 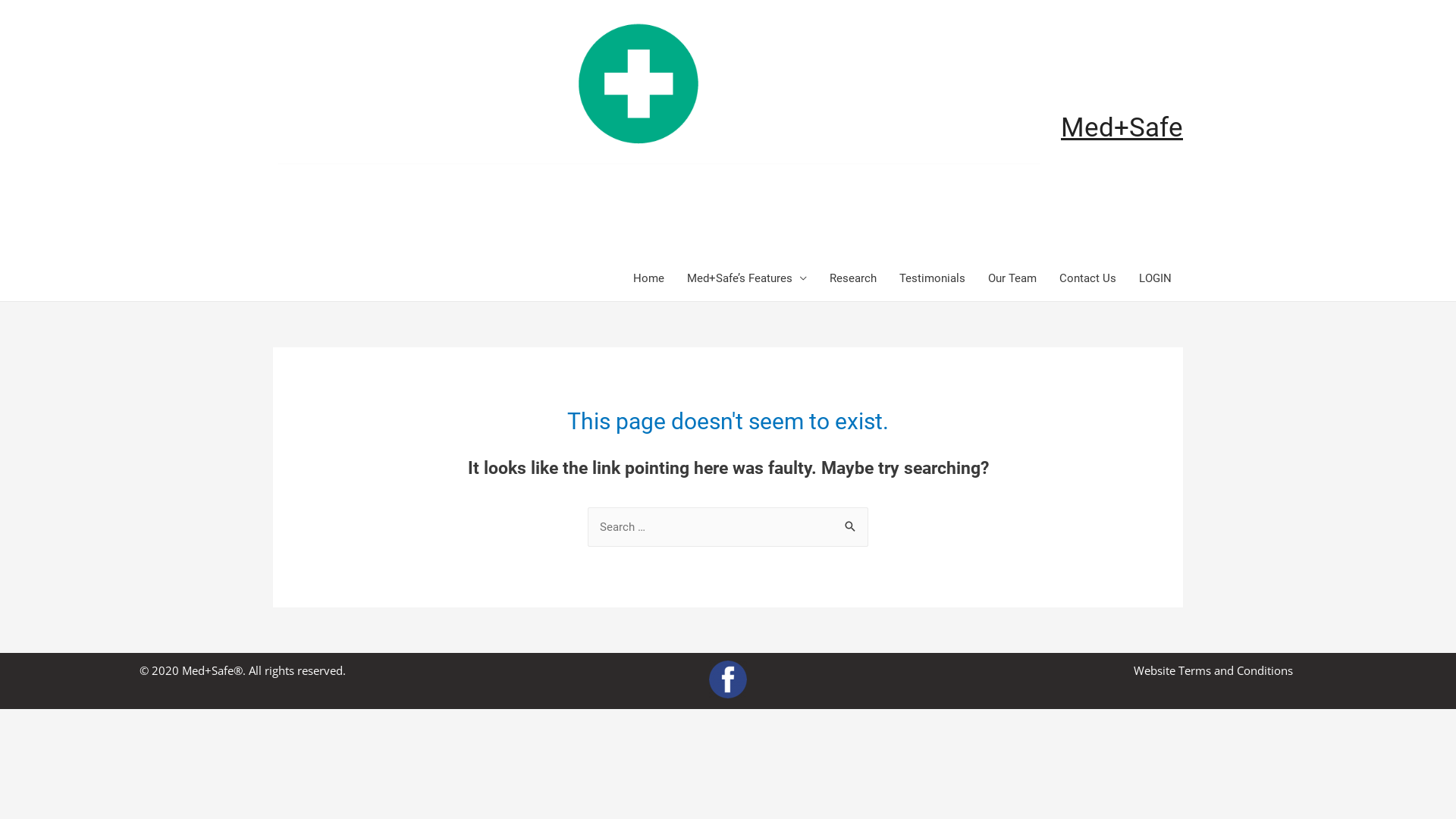 What do you see at coordinates (1012, 278) in the screenshot?
I see `'Our Team'` at bounding box center [1012, 278].